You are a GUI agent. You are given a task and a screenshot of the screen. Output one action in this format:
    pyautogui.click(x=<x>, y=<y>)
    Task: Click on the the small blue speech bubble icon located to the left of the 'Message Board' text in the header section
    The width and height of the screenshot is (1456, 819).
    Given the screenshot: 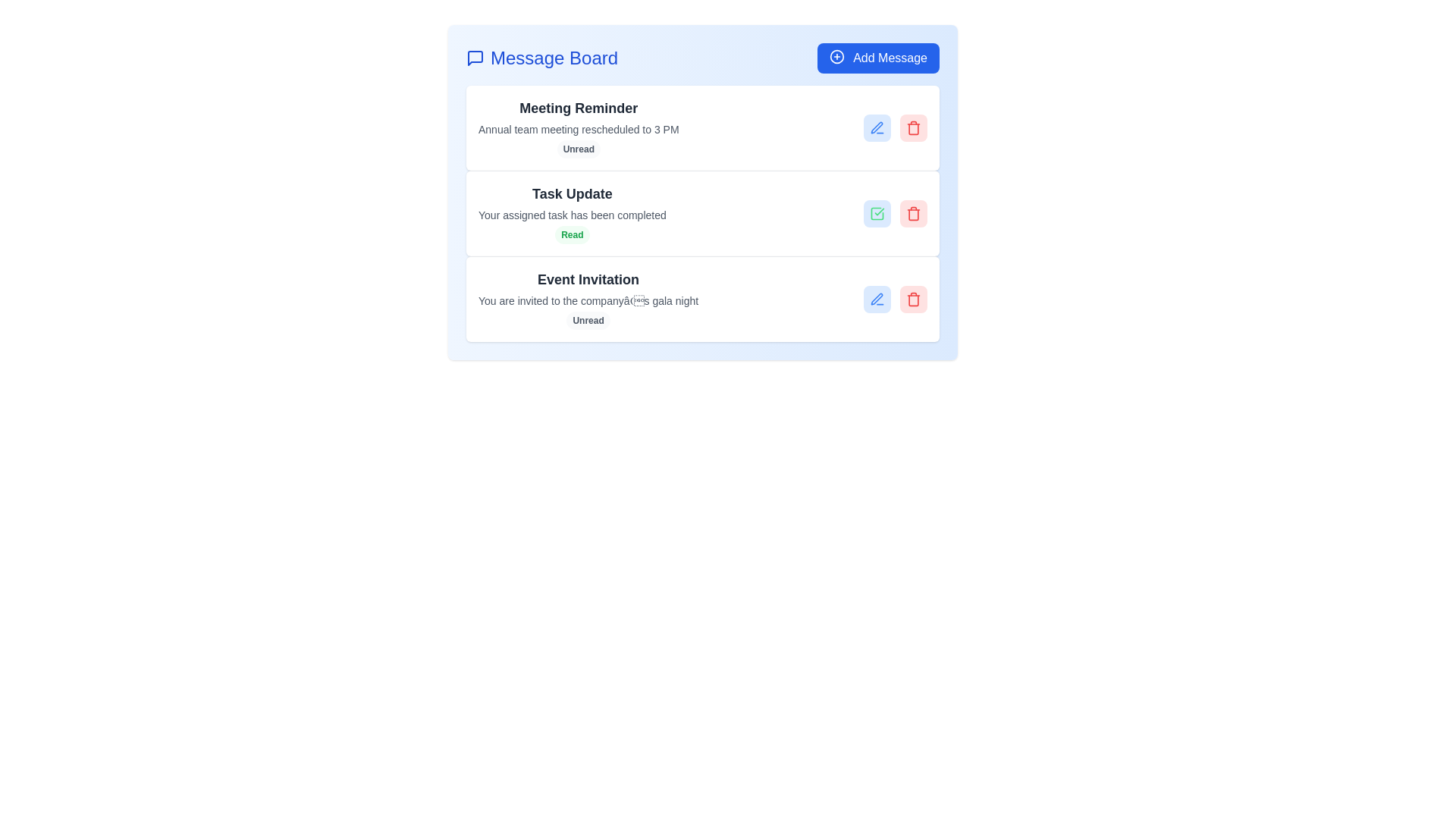 What is the action you would take?
    pyautogui.click(x=475, y=58)
    